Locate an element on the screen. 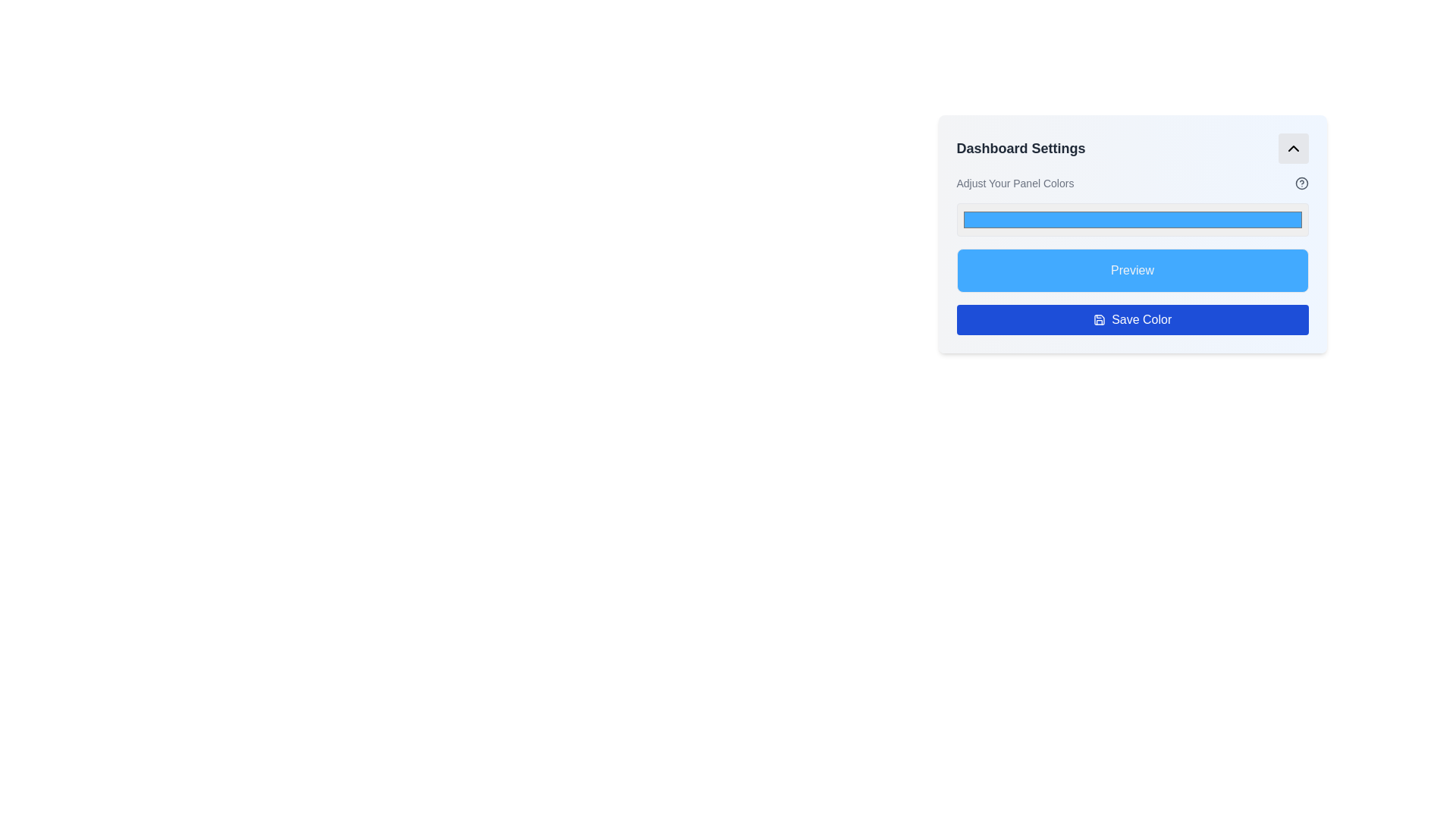  the circular SVG icon representing a help or information feature located in the upper right area of the Dashboard Settings interface is located at coordinates (1301, 183).